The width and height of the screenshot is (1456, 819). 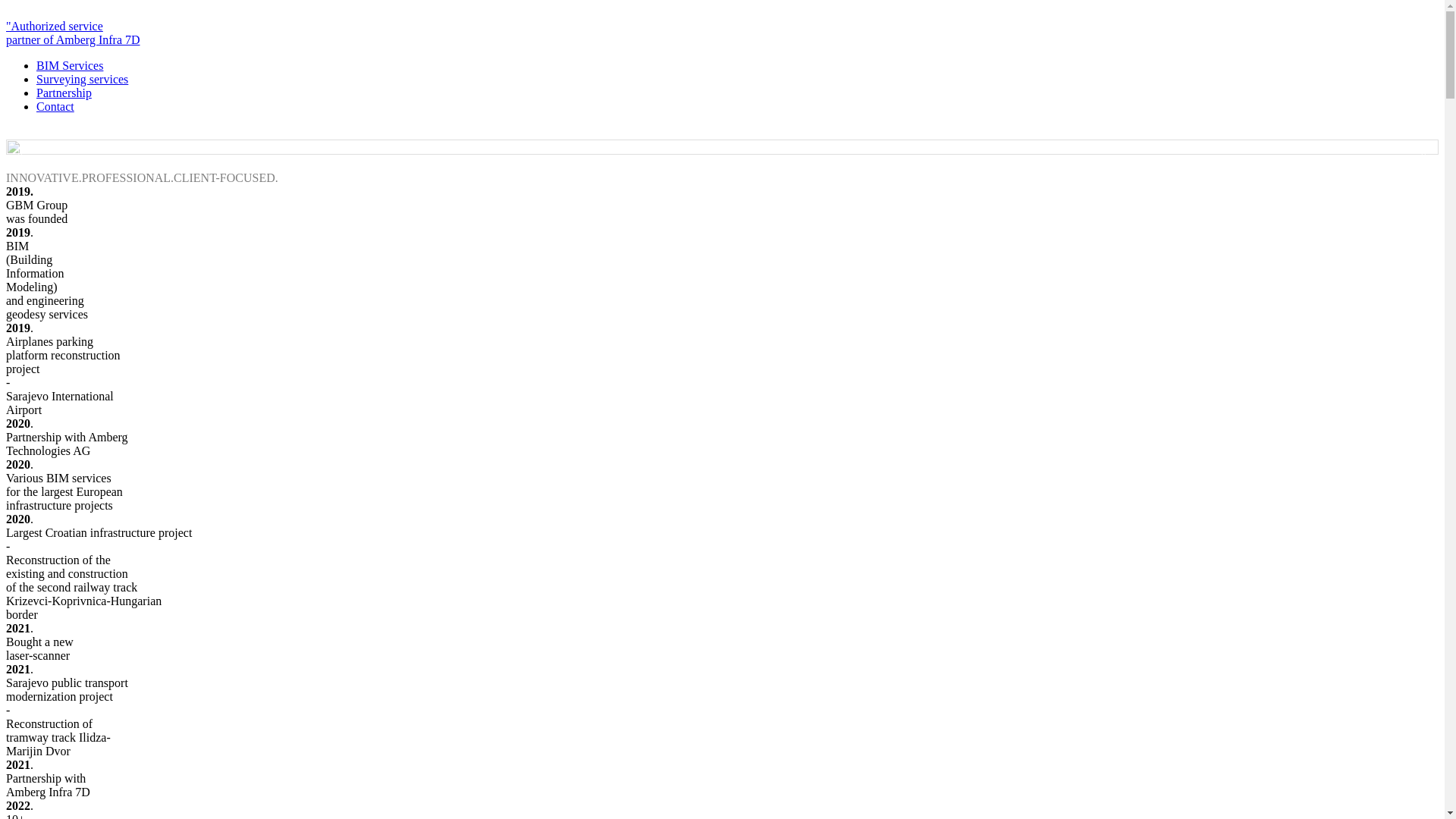 What do you see at coordinates (55, 105) in the screenshot?
I see `'Contact'` at bounding box center [55, 105].